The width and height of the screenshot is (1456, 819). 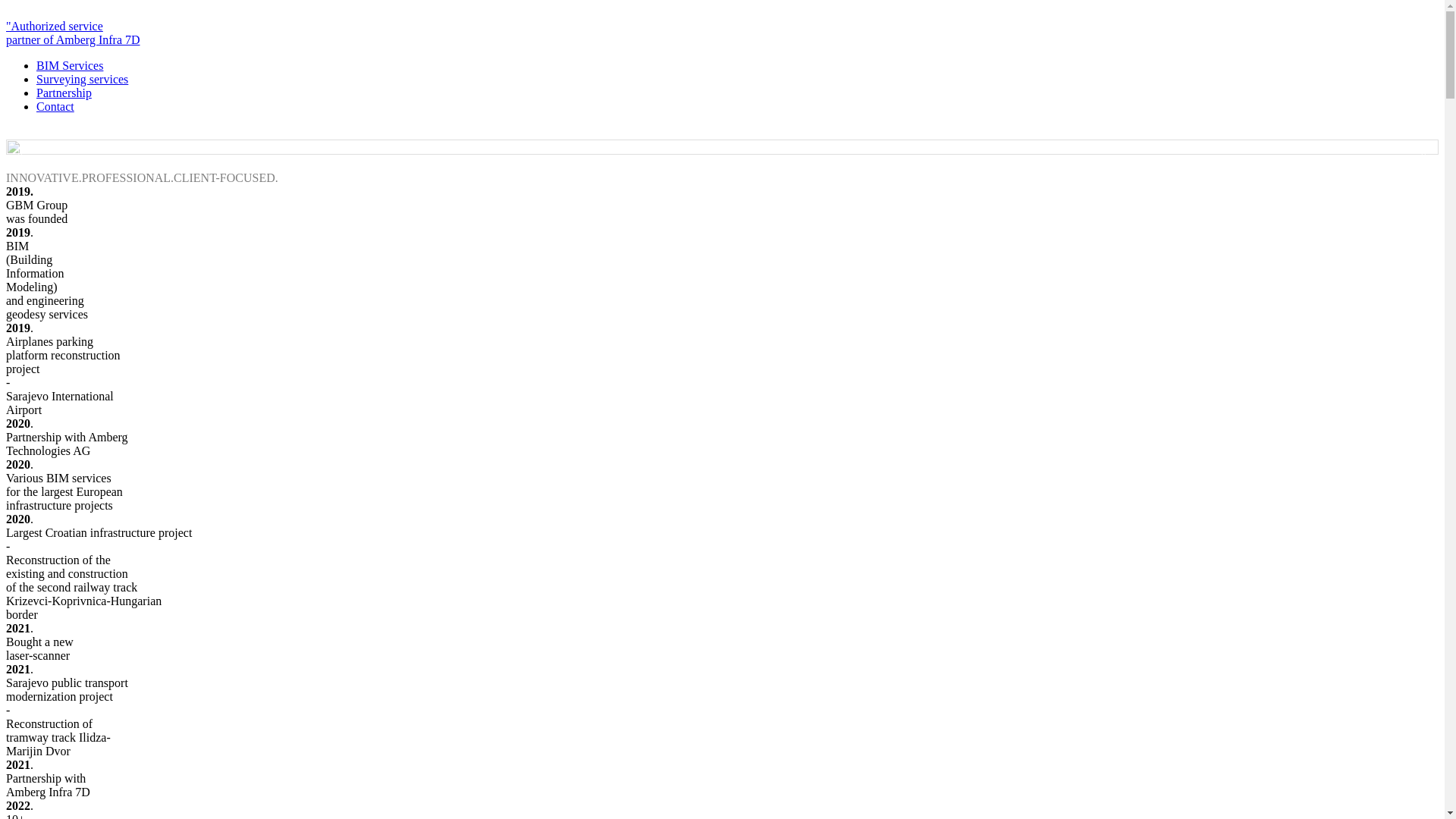 What do you see at coordinates (55, 105) in the screenshot?
I see `'Contact'` at bounding box center [55, 105].